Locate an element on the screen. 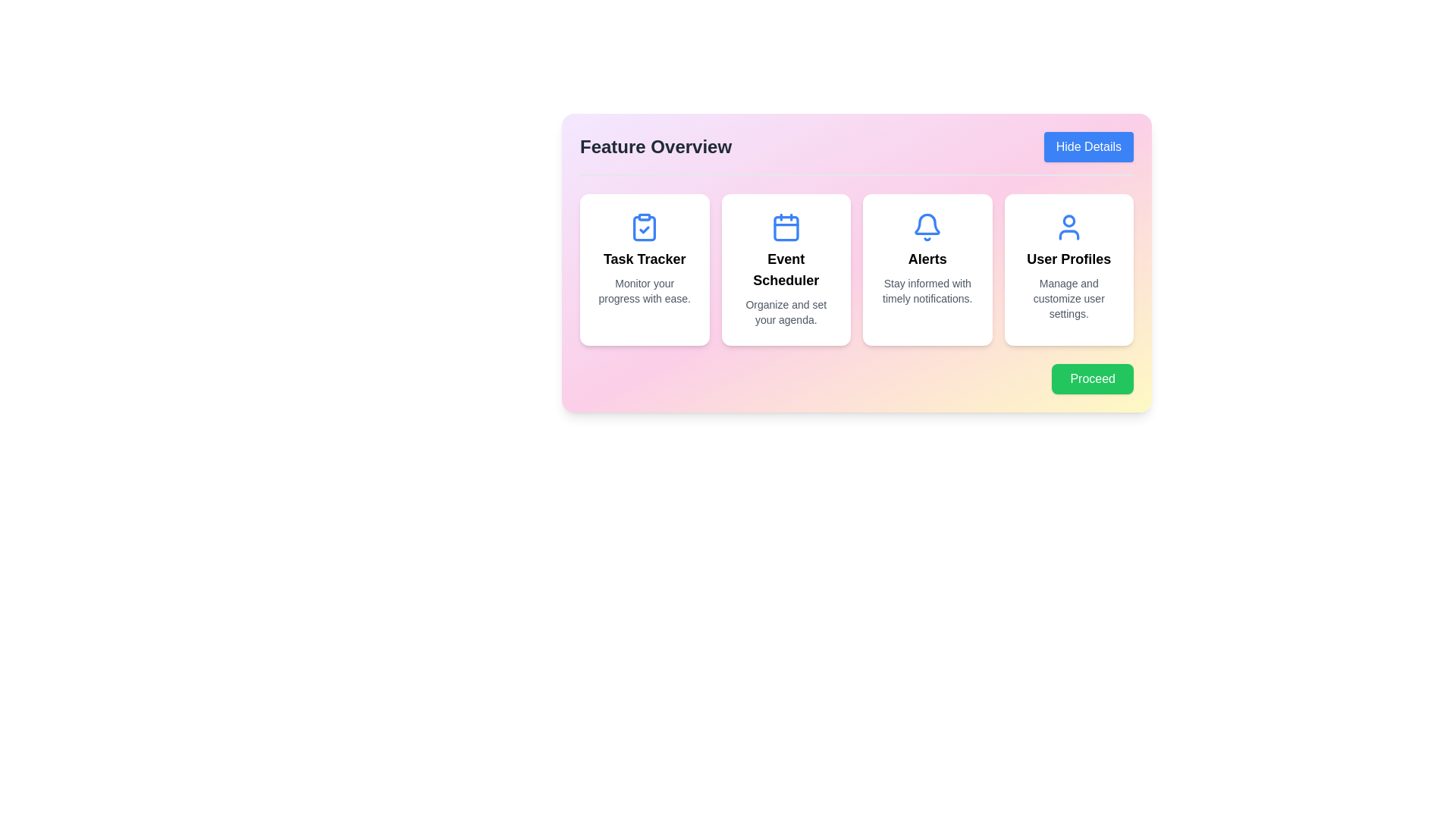 This screenshot has height=819, width=1456. and comprehend the text of the 'User Profiles' title label, which is centrally located in the fourth feature card under the user icon is located at coordinates (1068, 259).